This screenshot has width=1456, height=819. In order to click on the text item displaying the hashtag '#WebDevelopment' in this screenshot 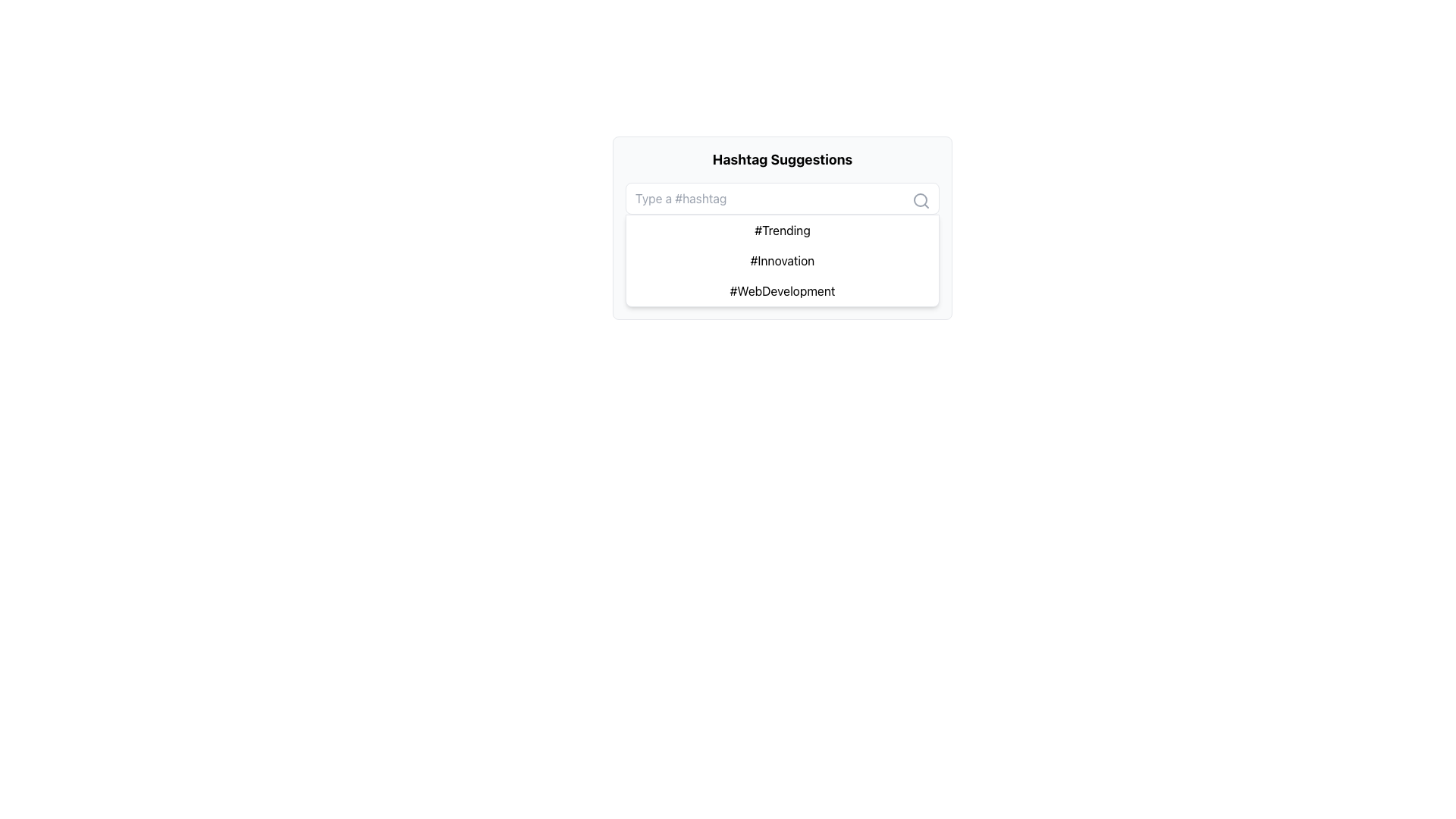, I will do `click(783, 291)`.